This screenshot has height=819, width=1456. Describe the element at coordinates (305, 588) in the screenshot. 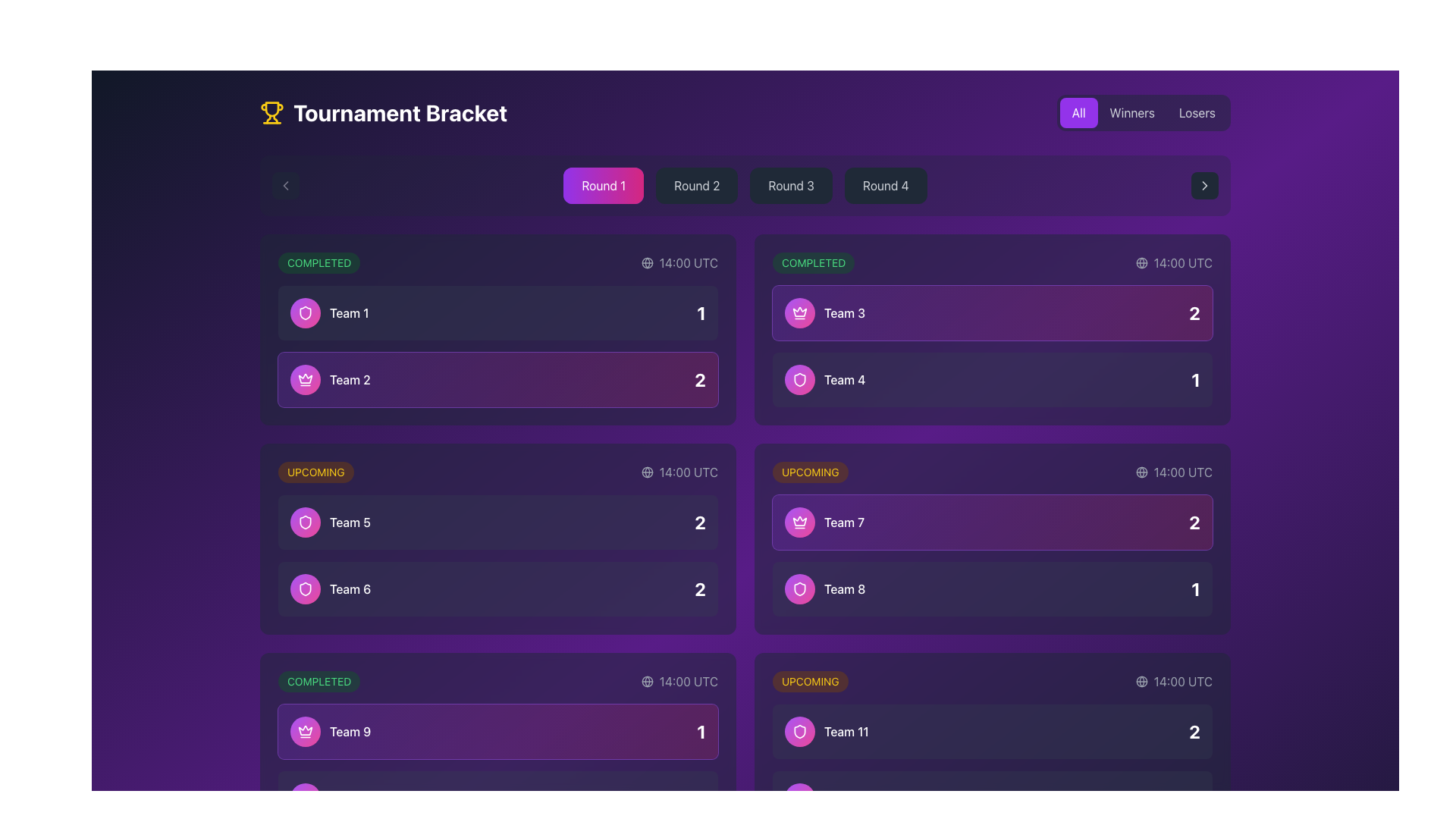

I see `attributes of the shield SVG icon element associated with 'Team 6' located in the interactive list or card setup at the center coordinates` at that location.